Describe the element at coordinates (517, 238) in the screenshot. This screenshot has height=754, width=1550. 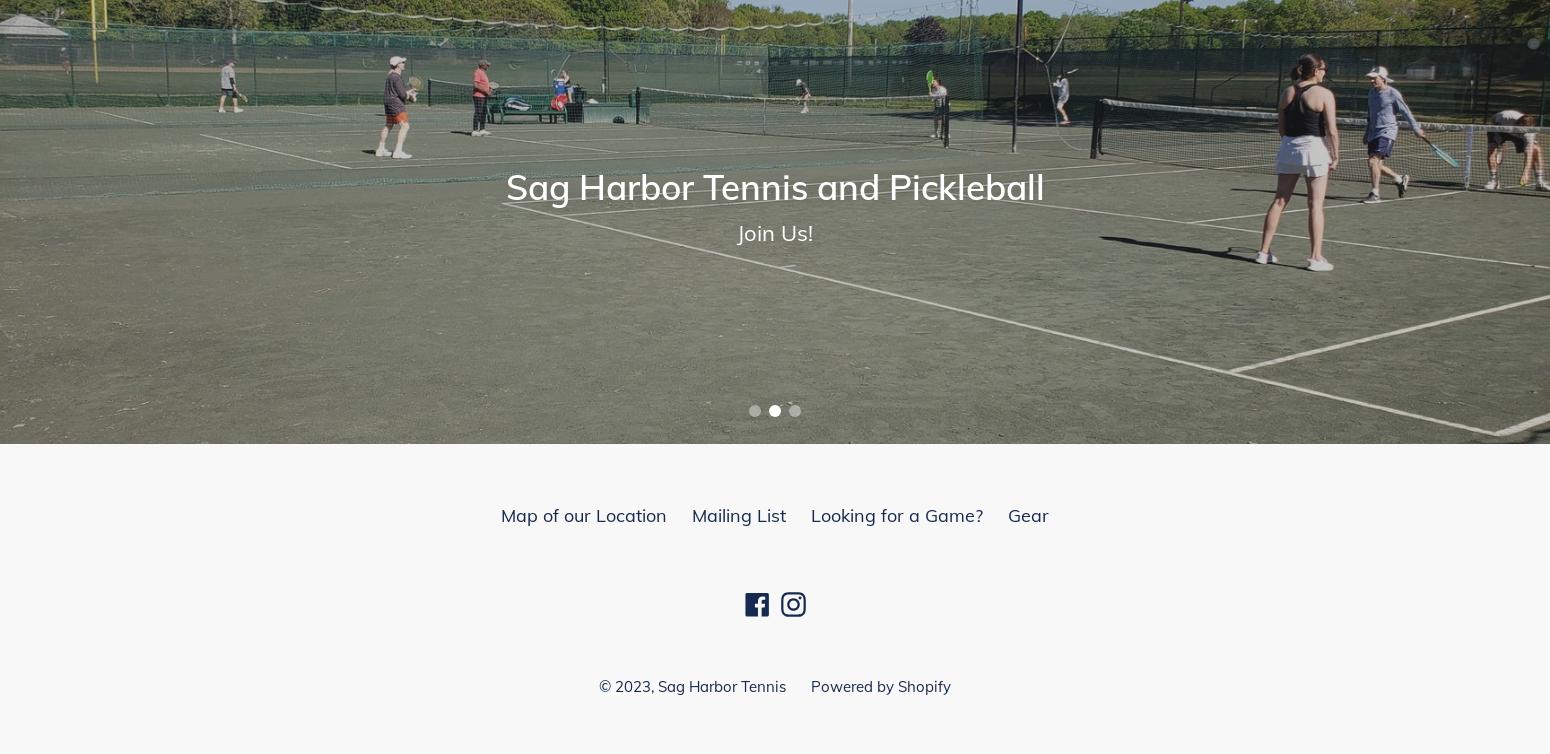
I see `'8 Clay Courts  - 2 Hard Courts - 8 Pickleball Courts'` at that location.